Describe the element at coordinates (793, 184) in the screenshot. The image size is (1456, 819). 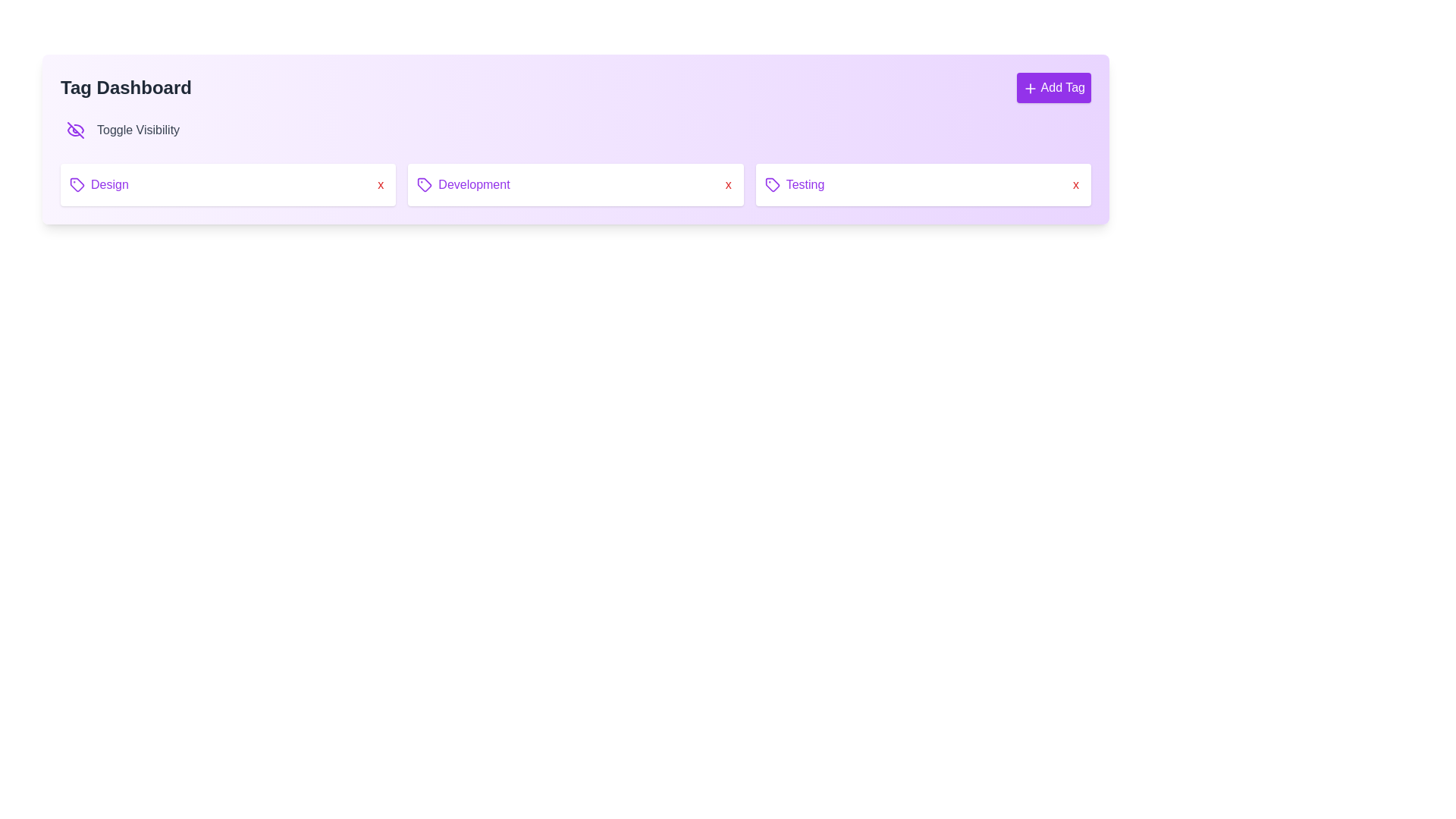
I see `text label displaying 'Testing' which is styled in purple and is the third tag item from the left in the row` at that location.